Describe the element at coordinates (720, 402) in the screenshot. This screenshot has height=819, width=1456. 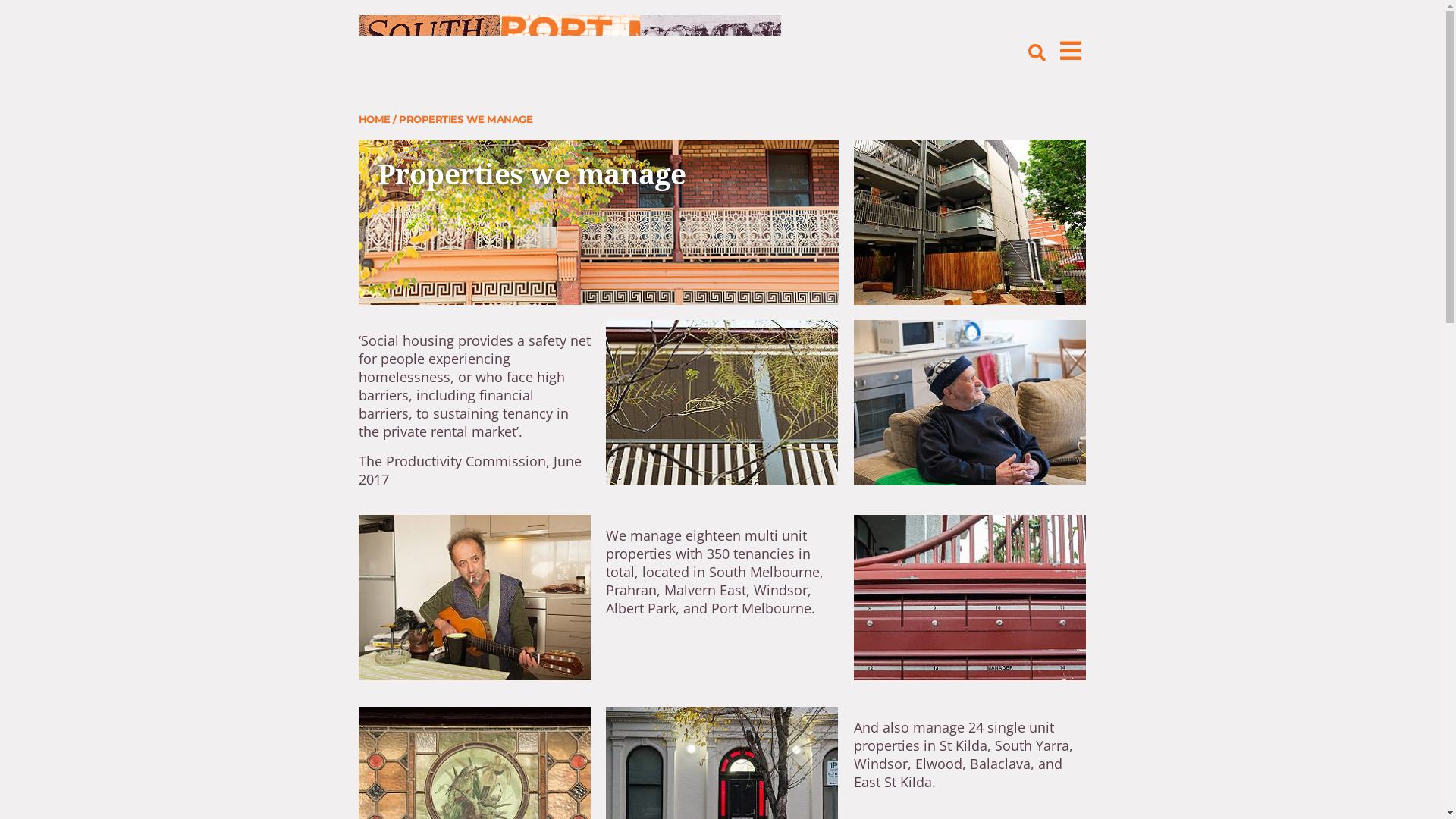
I see `'useful-links'` at that location.